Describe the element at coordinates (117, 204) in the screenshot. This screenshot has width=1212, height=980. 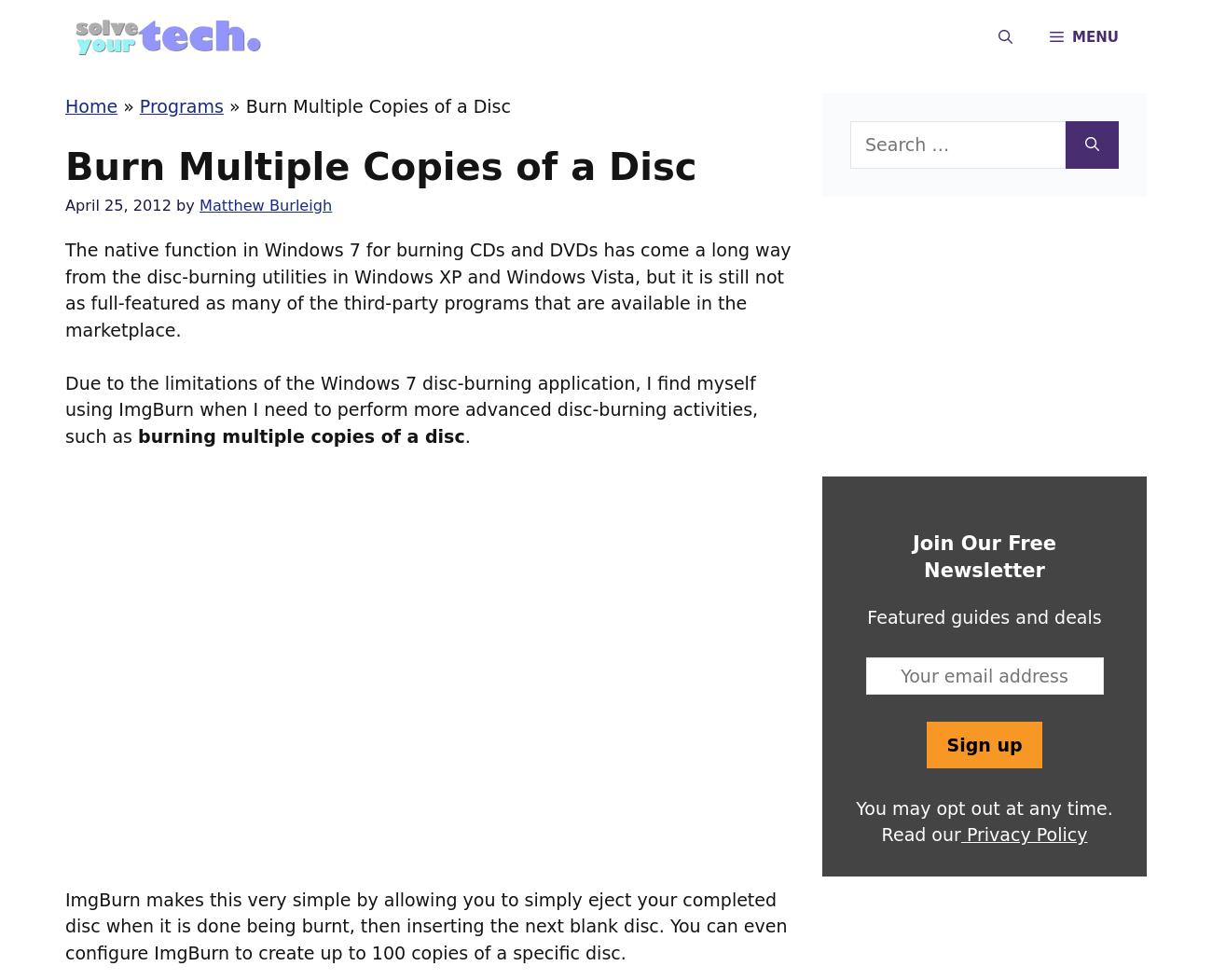
I see `'April 25, 2012'` at that location.